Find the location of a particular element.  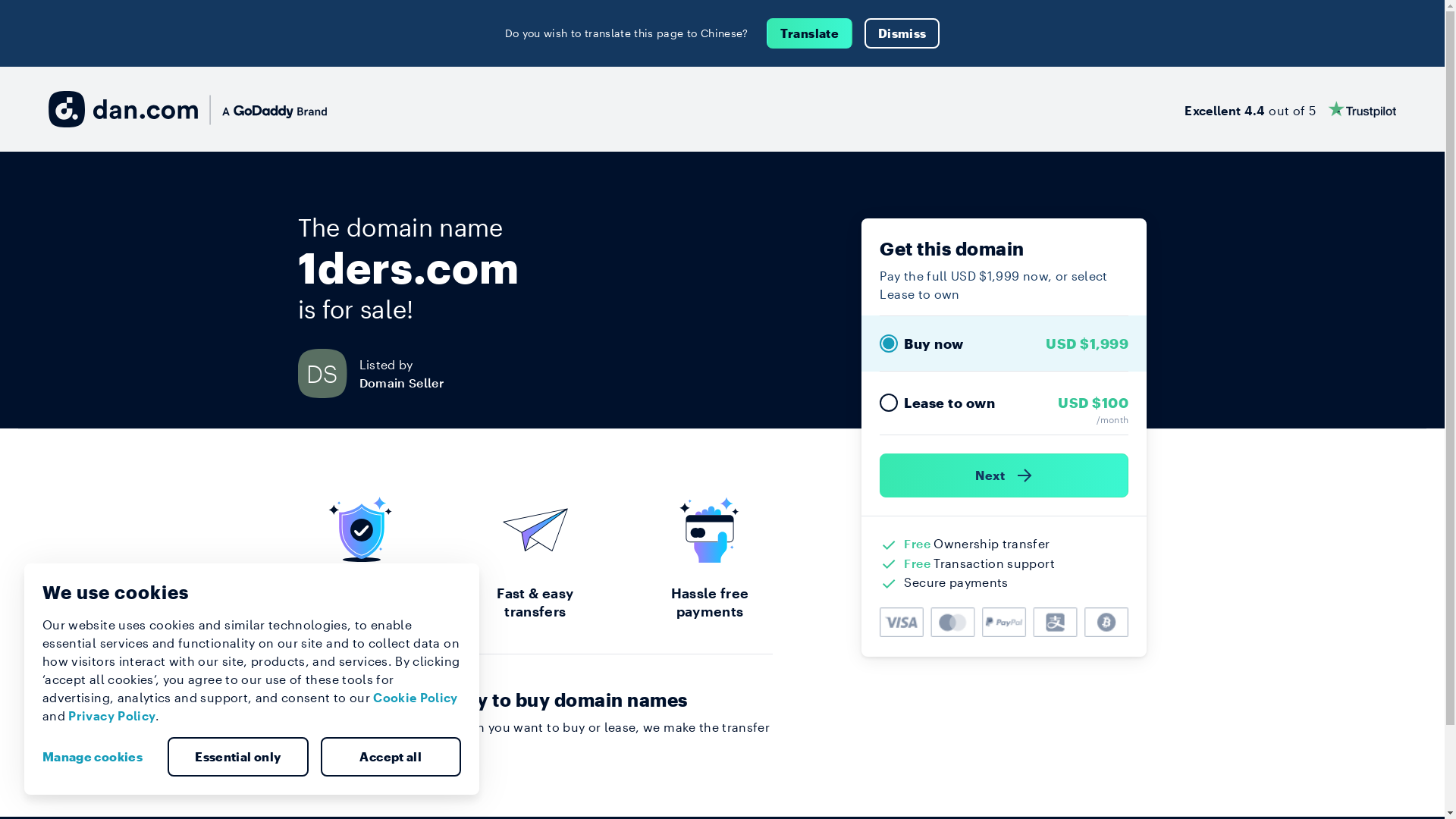

'Next is located at coordinates (1004, 475).